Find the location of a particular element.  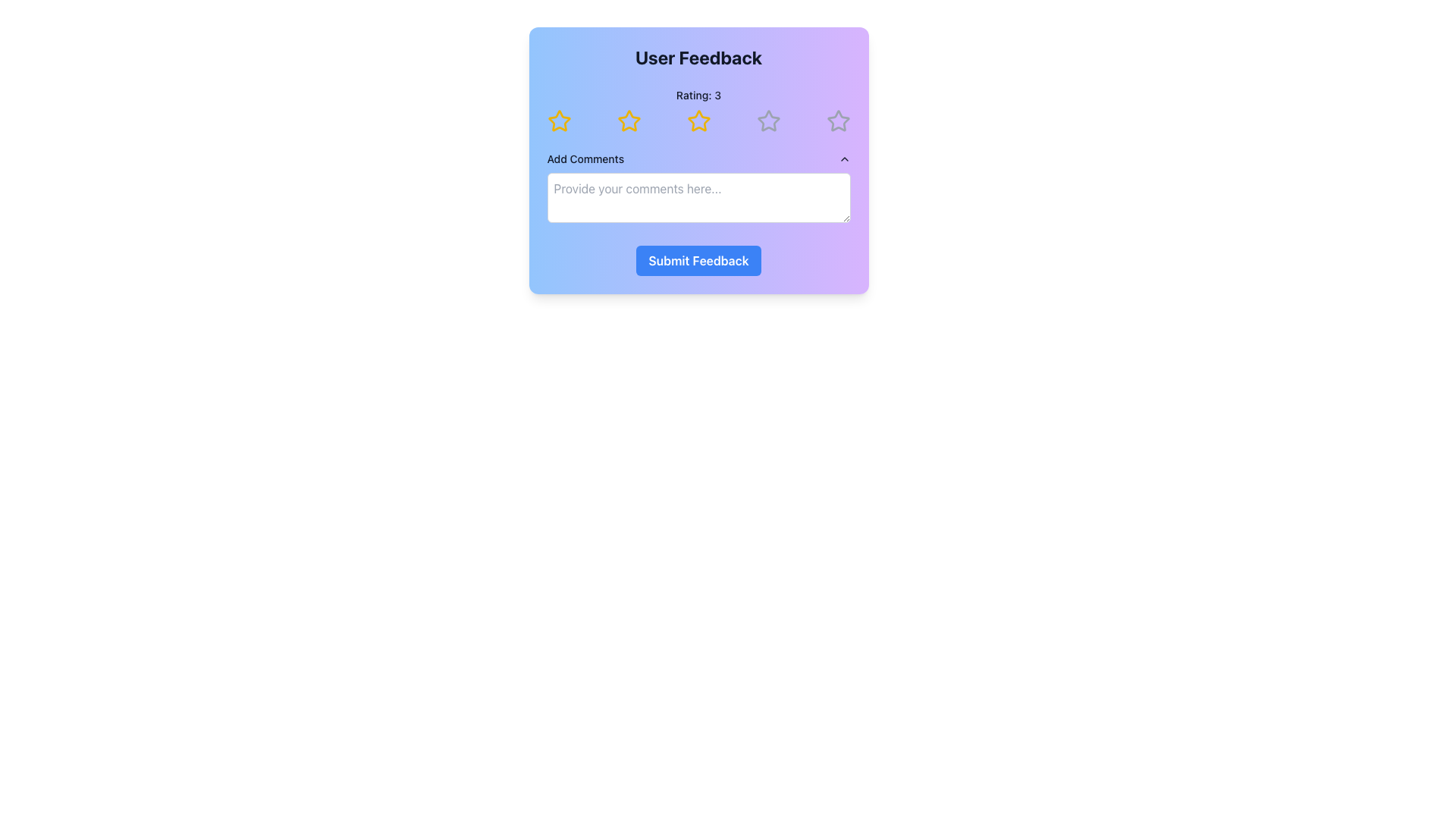

the third star in the interactive rating star component is located at coordinates (698, 120).